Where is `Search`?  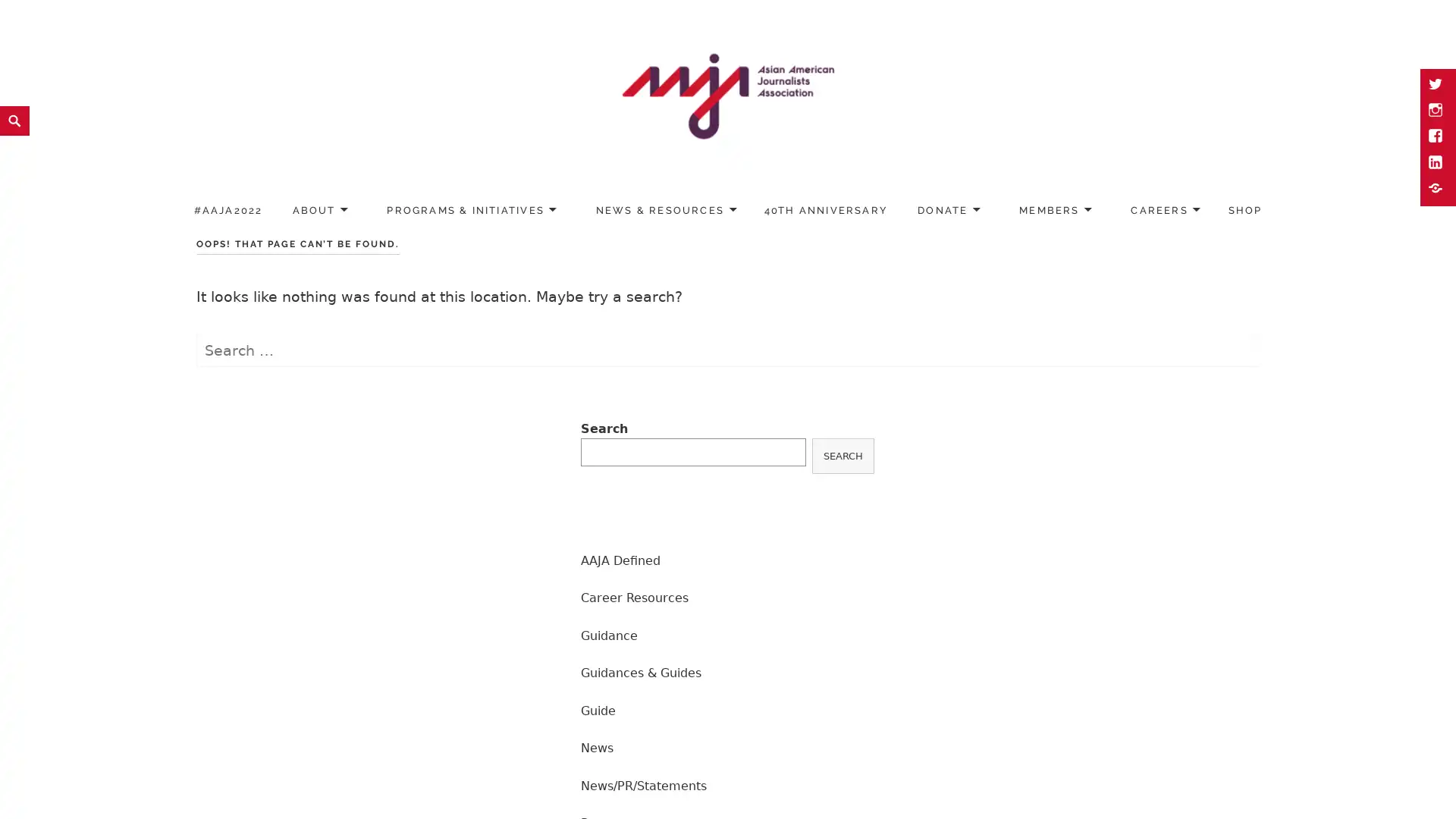
Search is located at coordinates (1259, 331).